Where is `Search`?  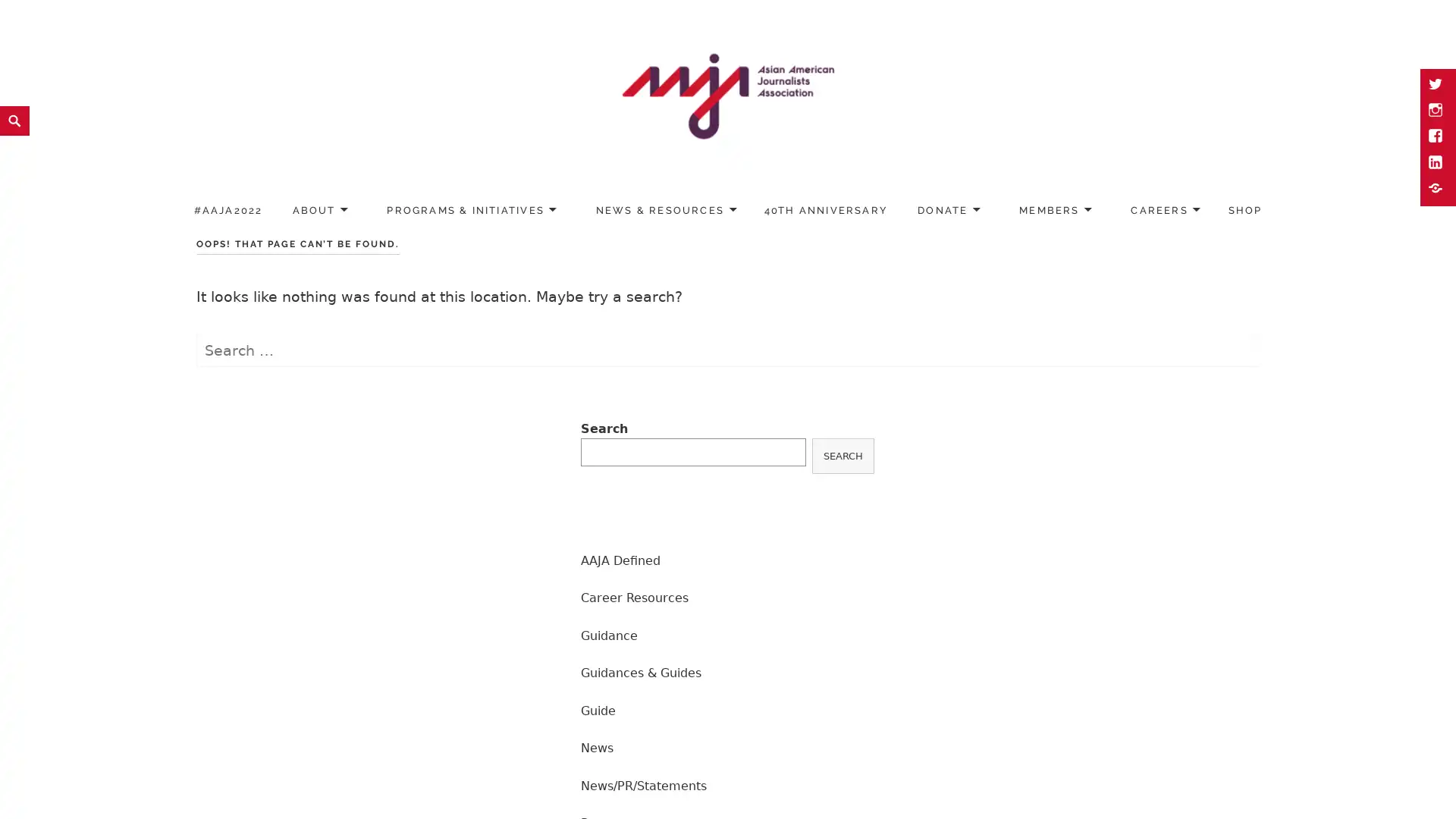
Search is located at coordinates (1259, 331).